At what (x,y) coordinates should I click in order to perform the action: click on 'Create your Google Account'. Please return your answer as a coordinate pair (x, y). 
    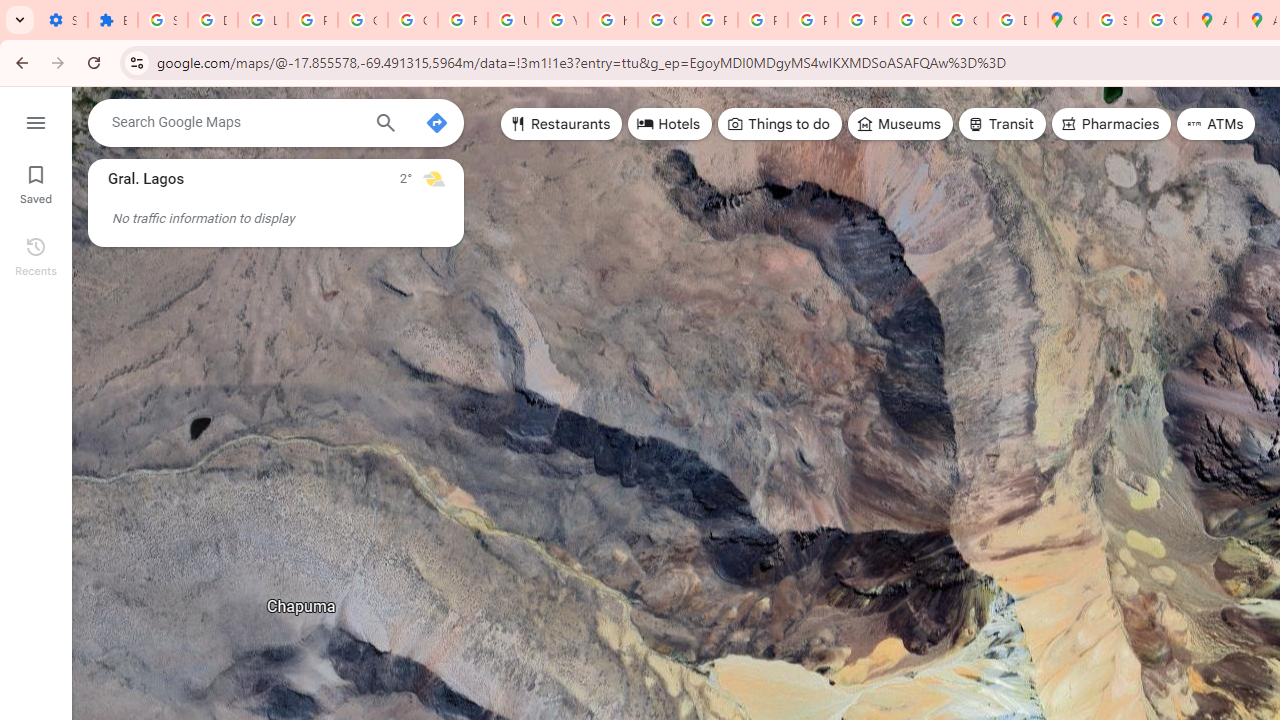
    Looking at the image, I should click on (1162, 20).